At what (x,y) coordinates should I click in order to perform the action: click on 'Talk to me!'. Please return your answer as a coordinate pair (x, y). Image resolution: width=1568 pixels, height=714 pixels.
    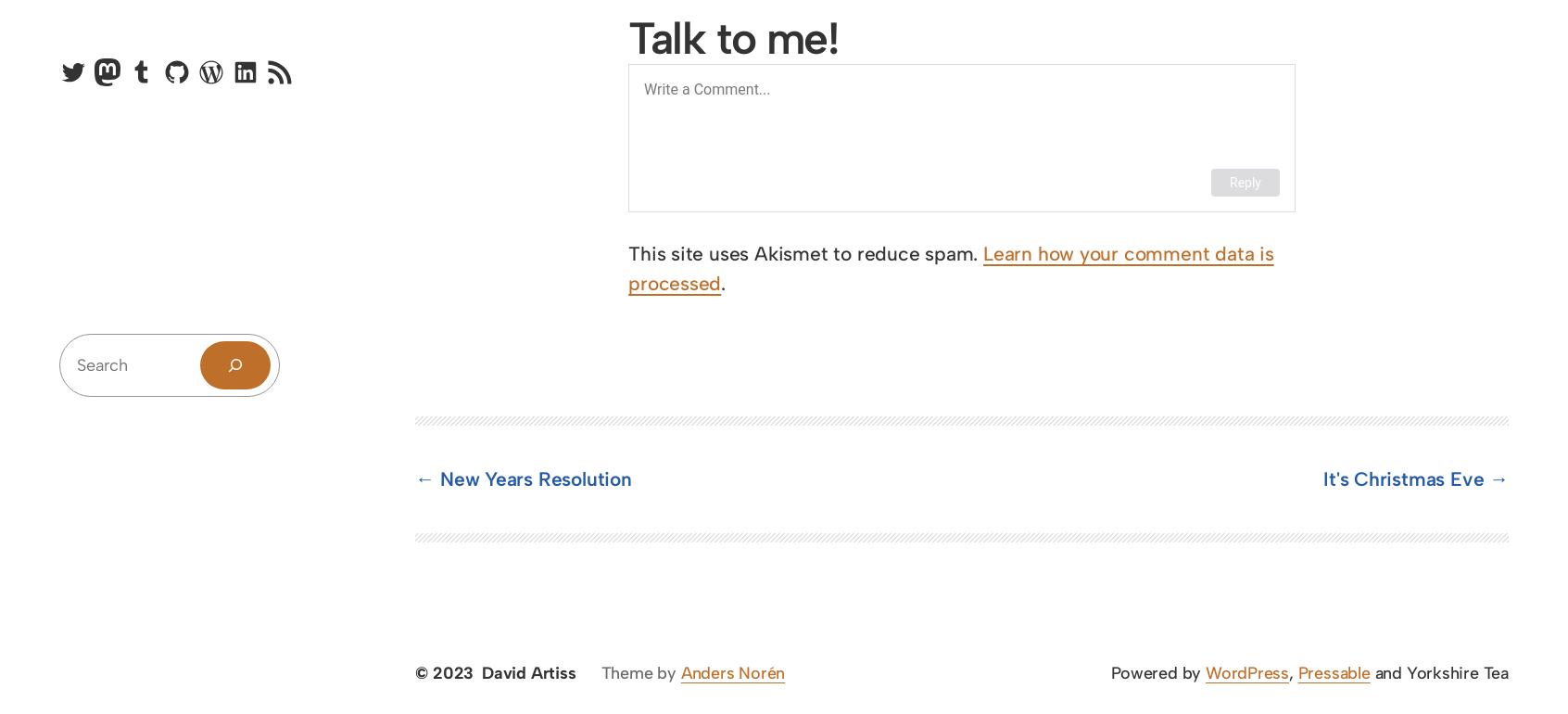
    Looking at the image, I should click on (733, 35).